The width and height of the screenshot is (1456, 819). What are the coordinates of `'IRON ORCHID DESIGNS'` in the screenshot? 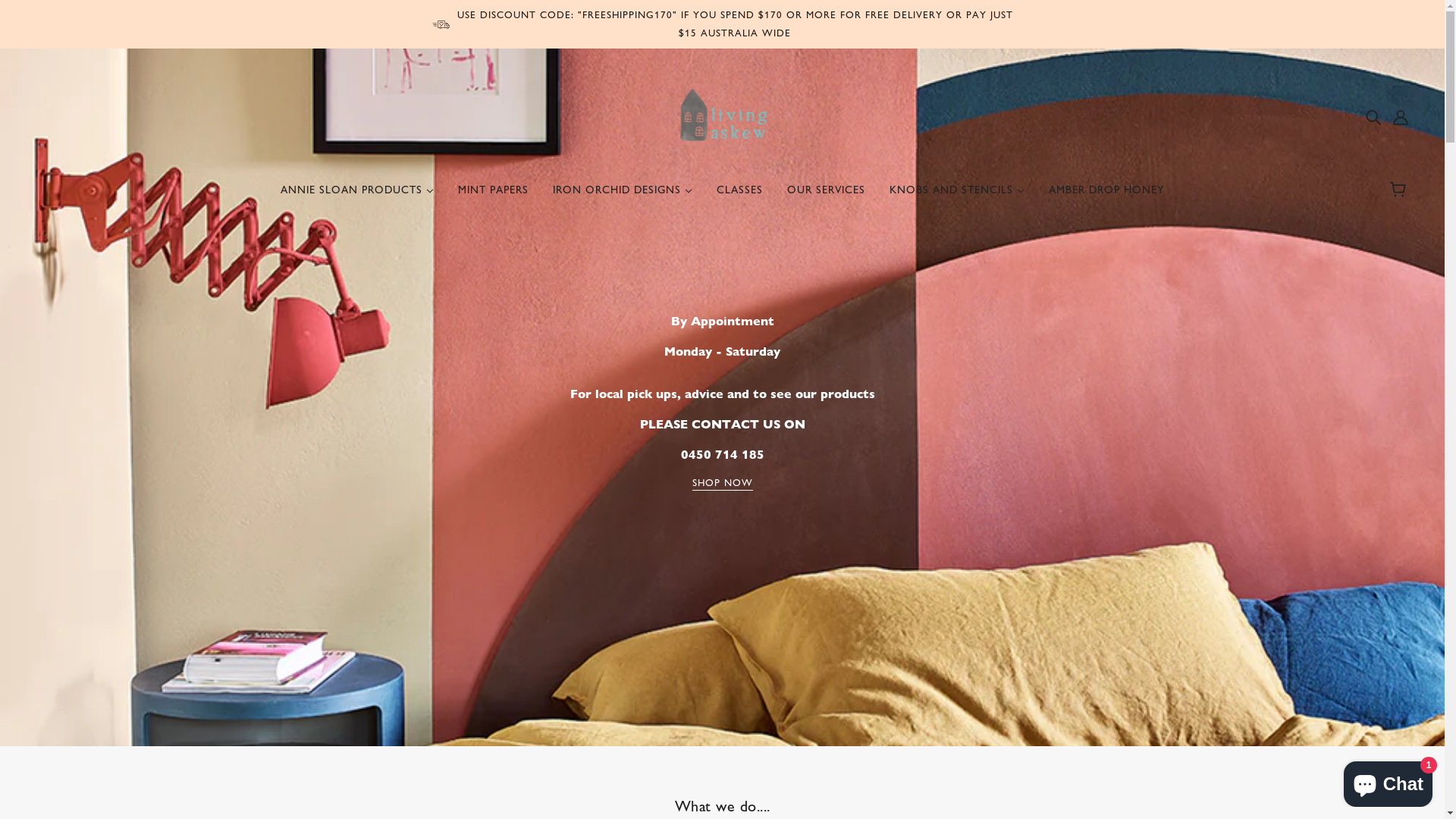 It's located at (622, 195).